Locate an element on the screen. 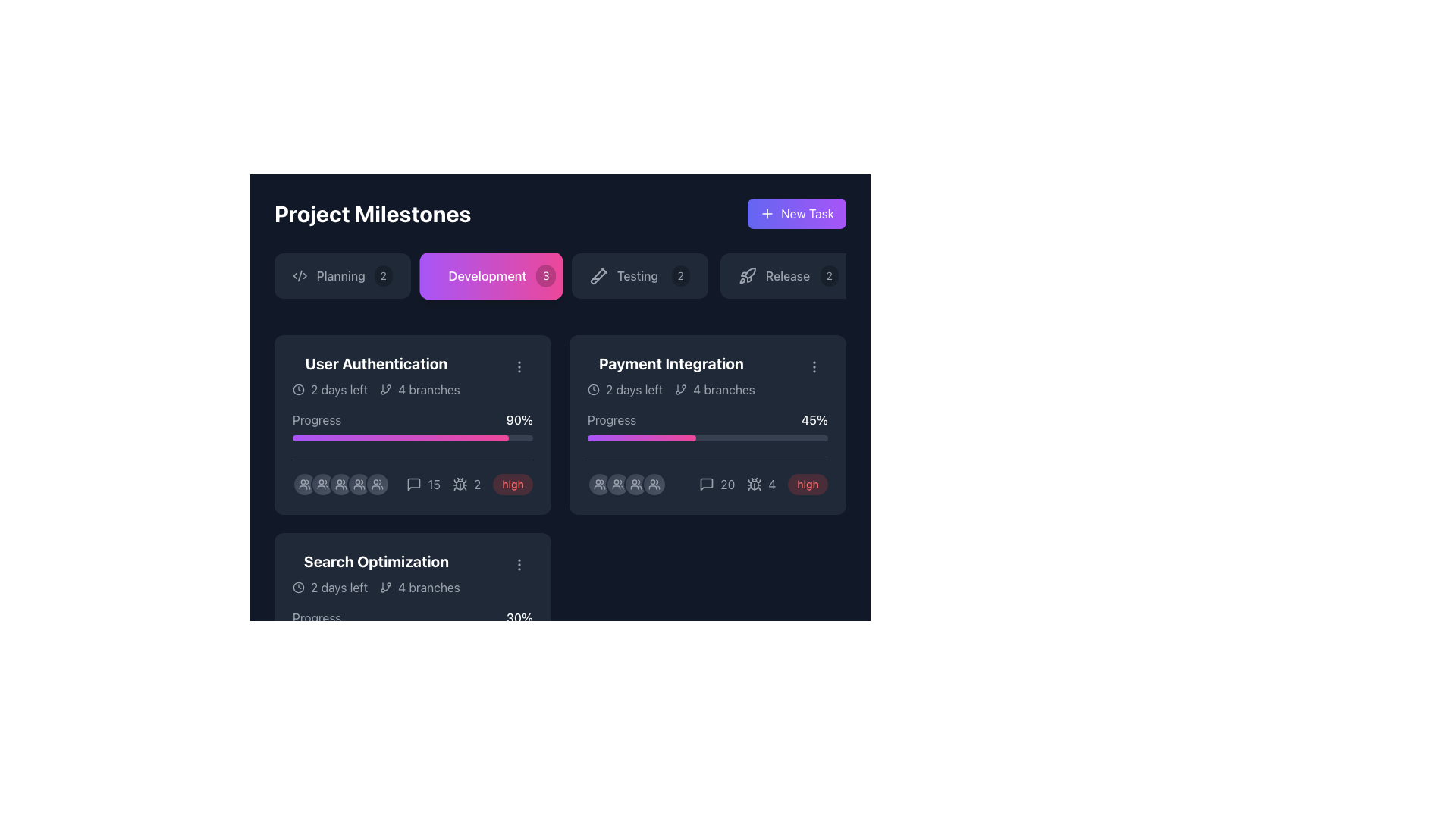  contents of the descriptive text component displaying '2 days left' and '4 branches' below the 'Search Optimization' heading is located at coordinates (376, 587).